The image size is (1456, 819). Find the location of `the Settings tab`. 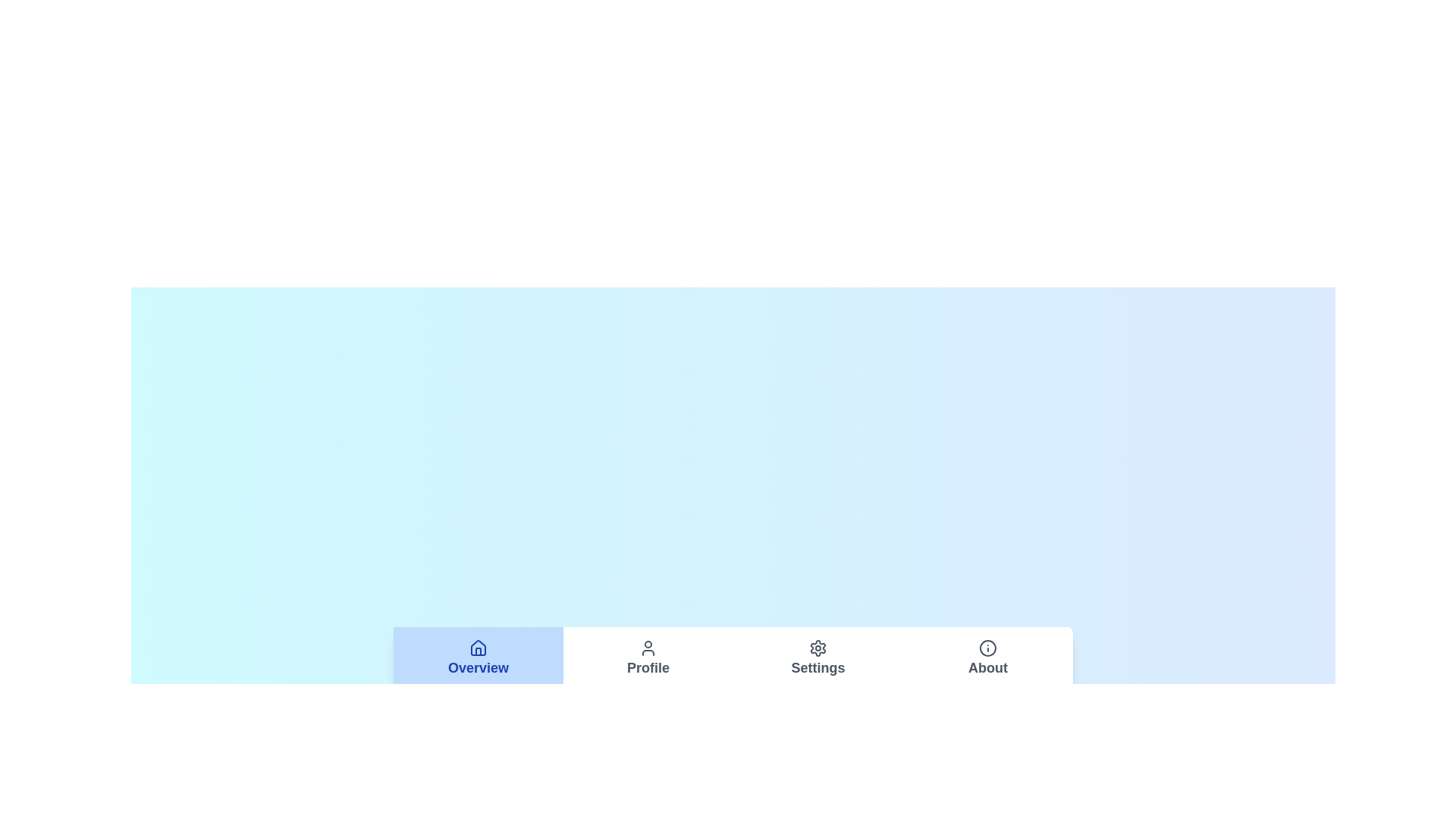

the Settings tab is located at coordinates (817, 657).